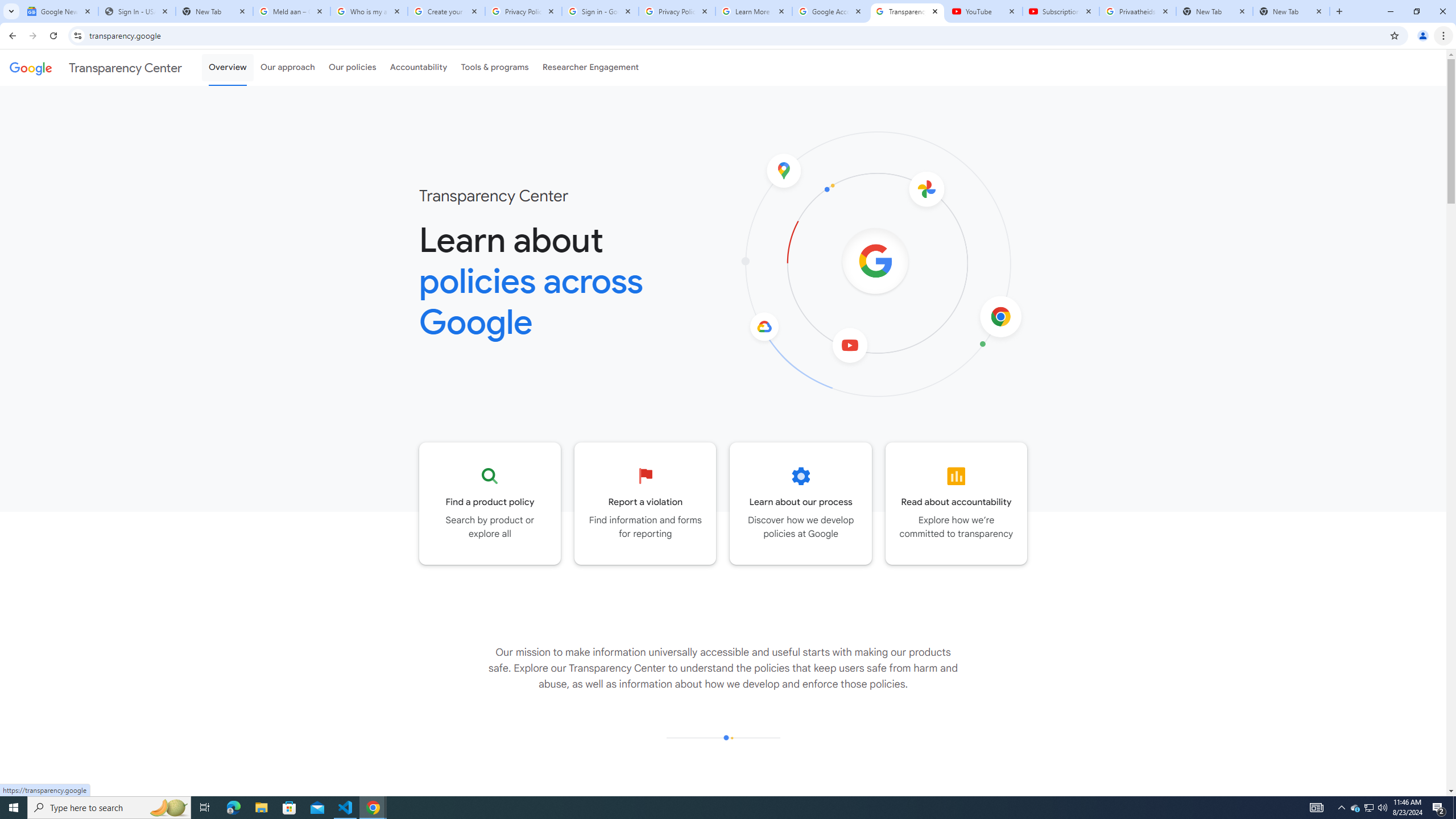 The height and width of the screenshot is (819, 1456). I want to click on 'Create your Google Account', so click(446, 11).